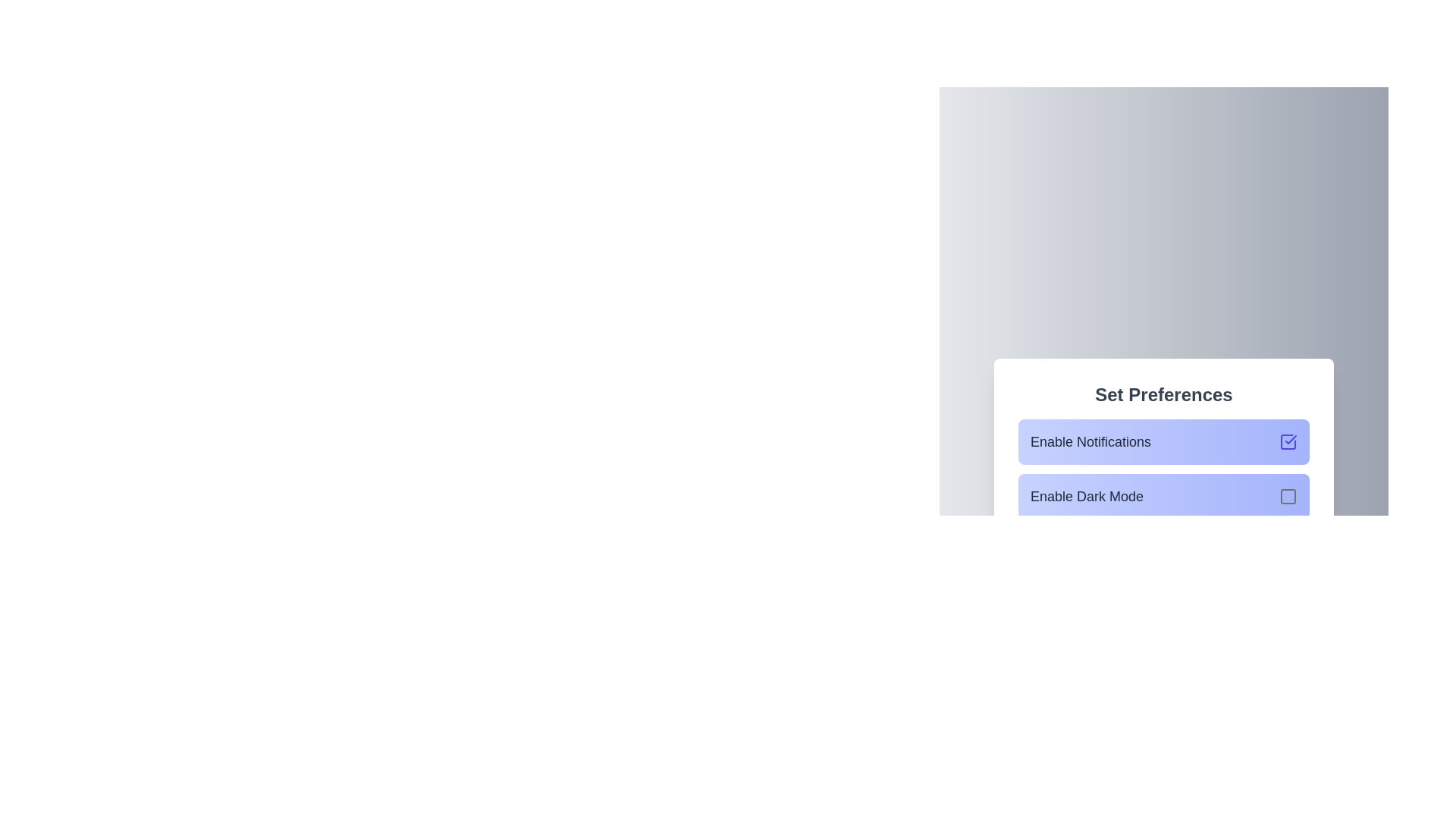 This screenshot has height=819, width=1456. What do you see at coordinates (1288, 497) in the screenshot?
I see `the icon corresponding to the state of Enable Dark Mode` at bounding box center [1288, 497].